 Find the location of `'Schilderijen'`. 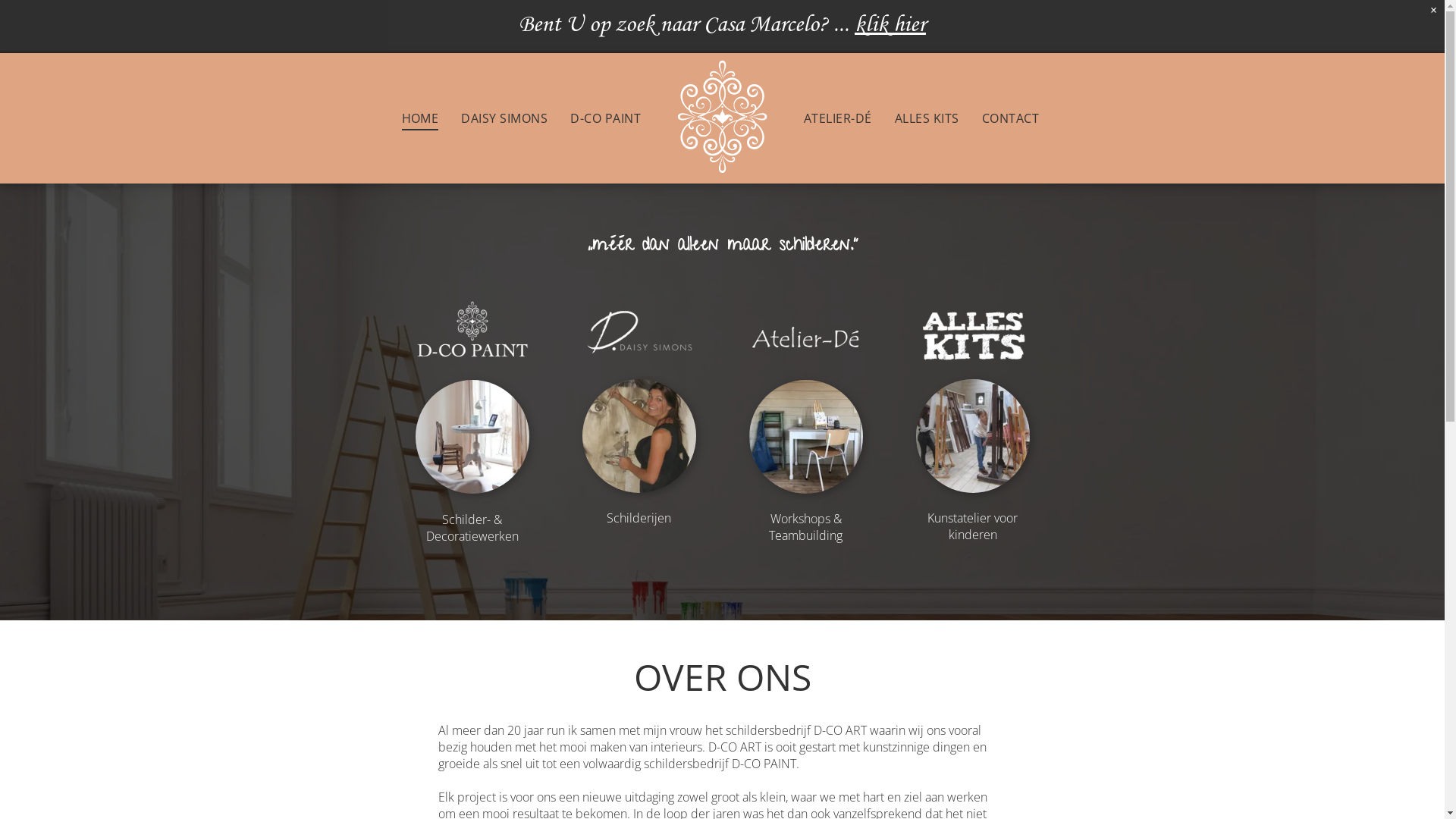

'Schilderijen' is located at coordinates (607, 516).